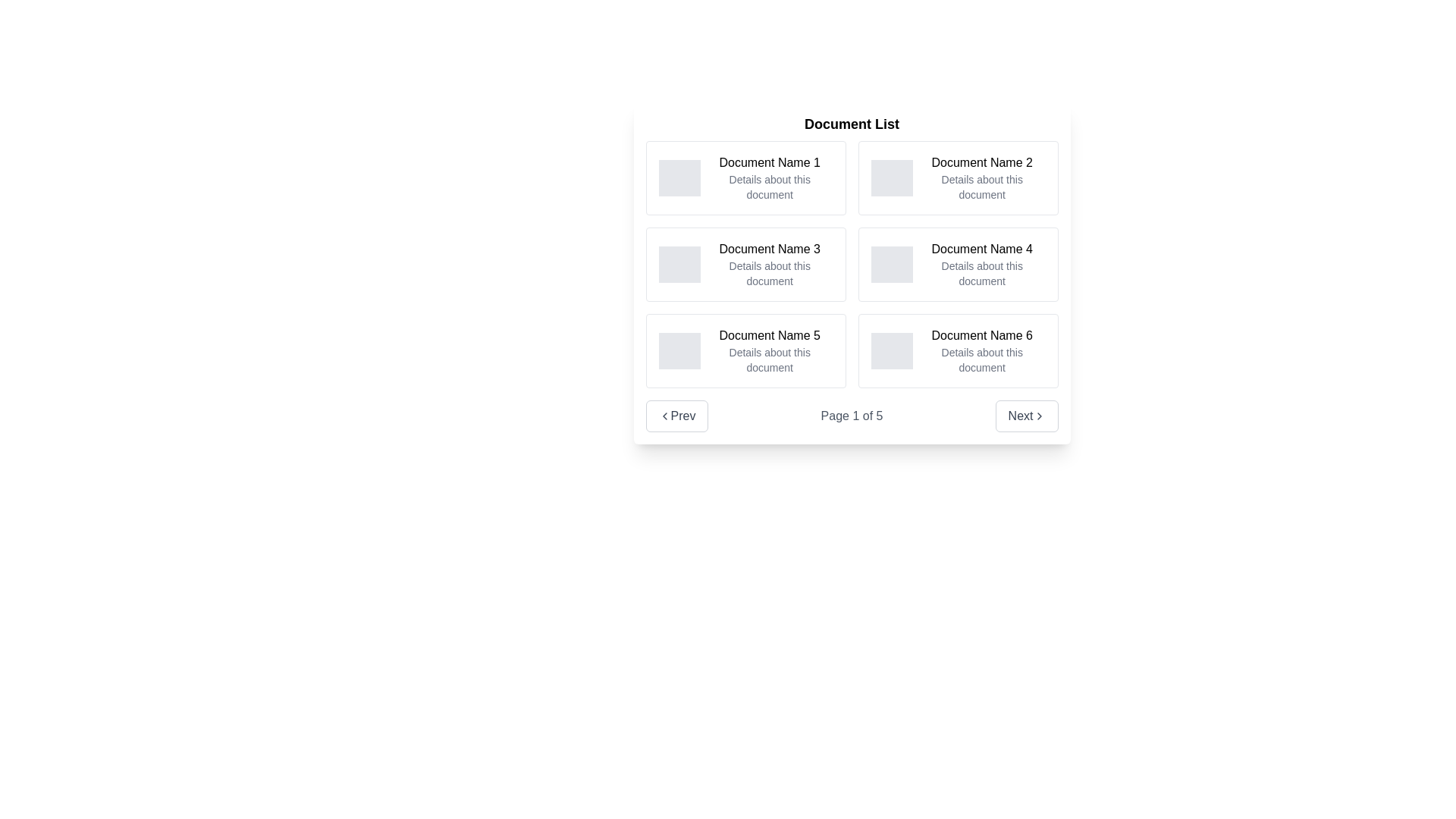 This screenshot has width=1456, height=819. What do you see at coordinates (745, 263) in the screenshot?
I see `the third card in the grid layout containing six cards` at bounding box center [745, 263].